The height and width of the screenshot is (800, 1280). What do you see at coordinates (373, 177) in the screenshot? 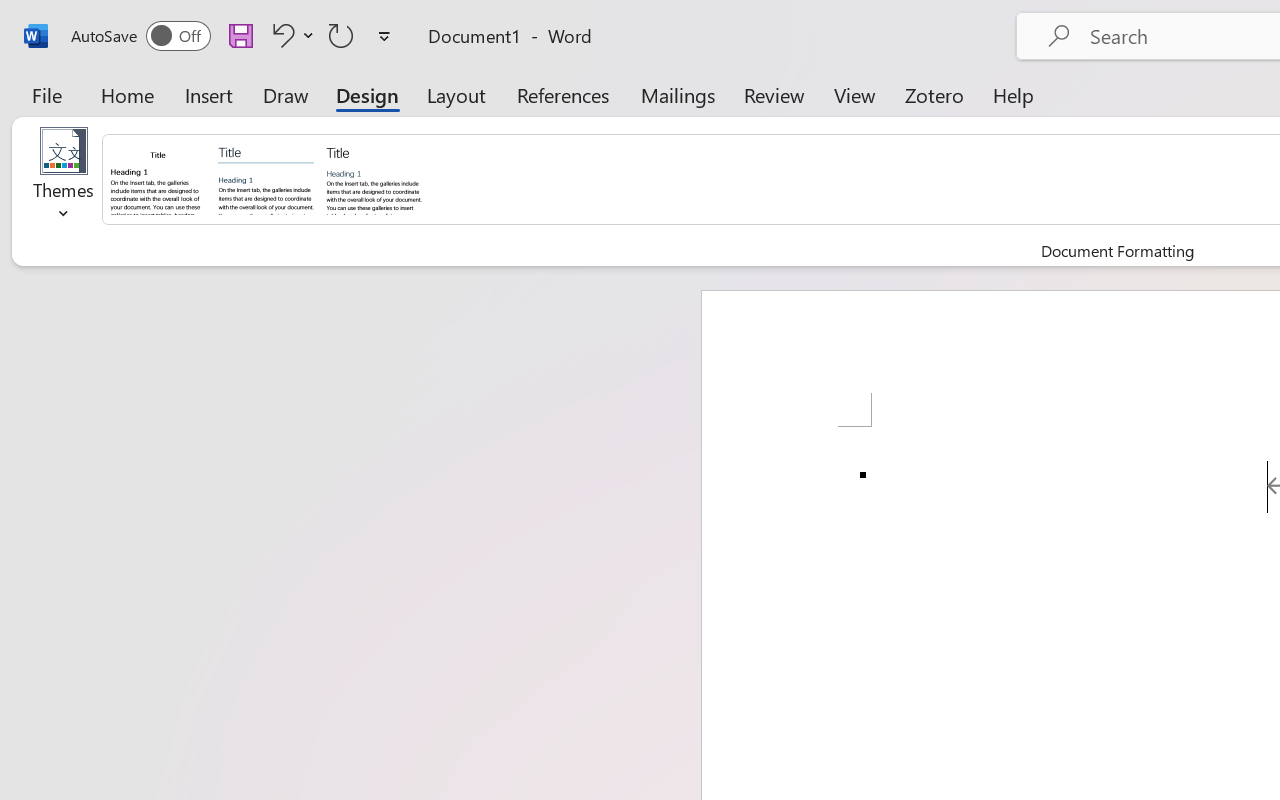
I see `'Word 2013'` at bounding box center [373, 177].